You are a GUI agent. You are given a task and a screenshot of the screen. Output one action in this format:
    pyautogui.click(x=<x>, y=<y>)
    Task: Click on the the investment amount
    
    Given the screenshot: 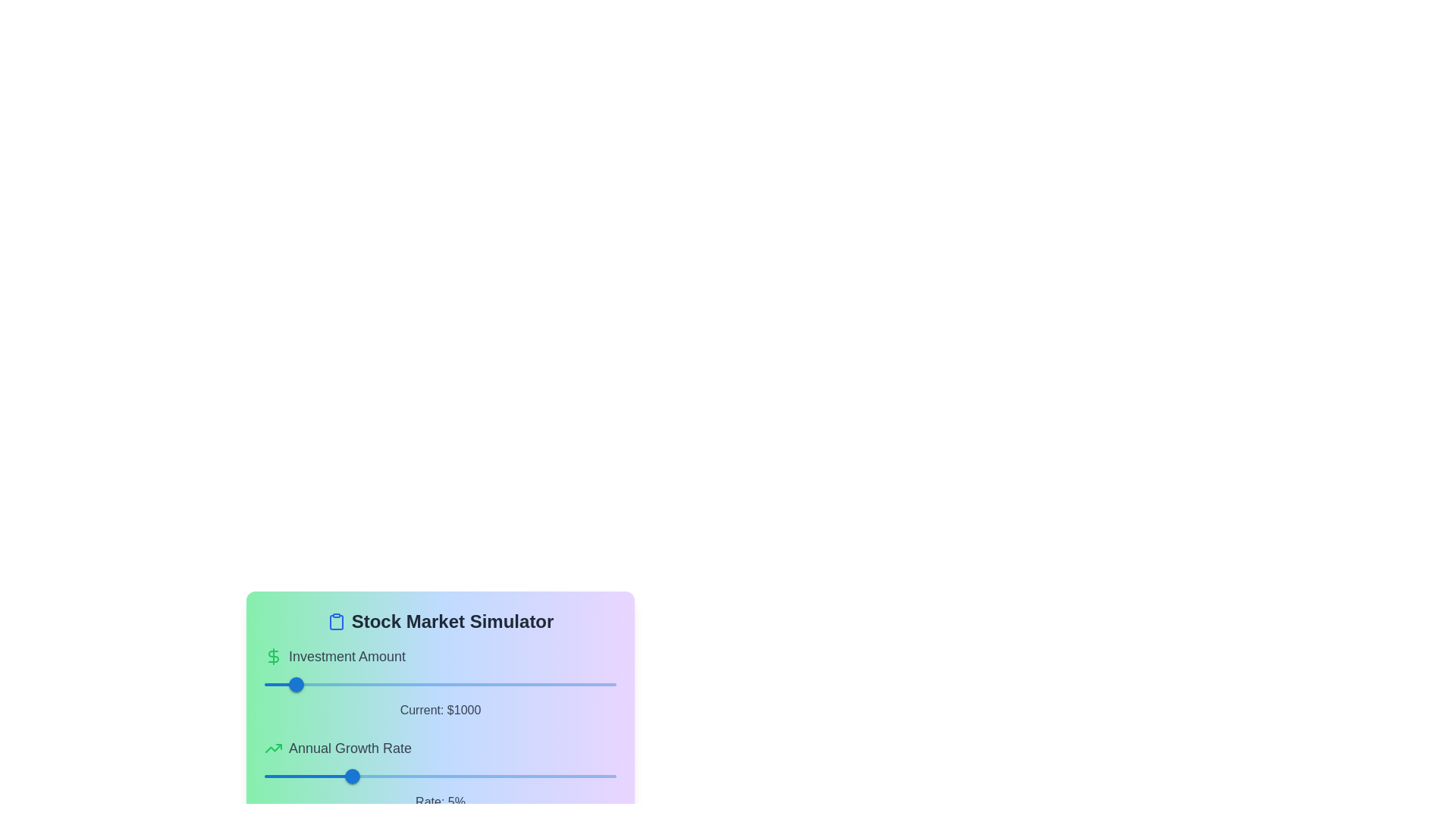 What is the action you would take?
    pyautogui.click(x=596, y=684)
    